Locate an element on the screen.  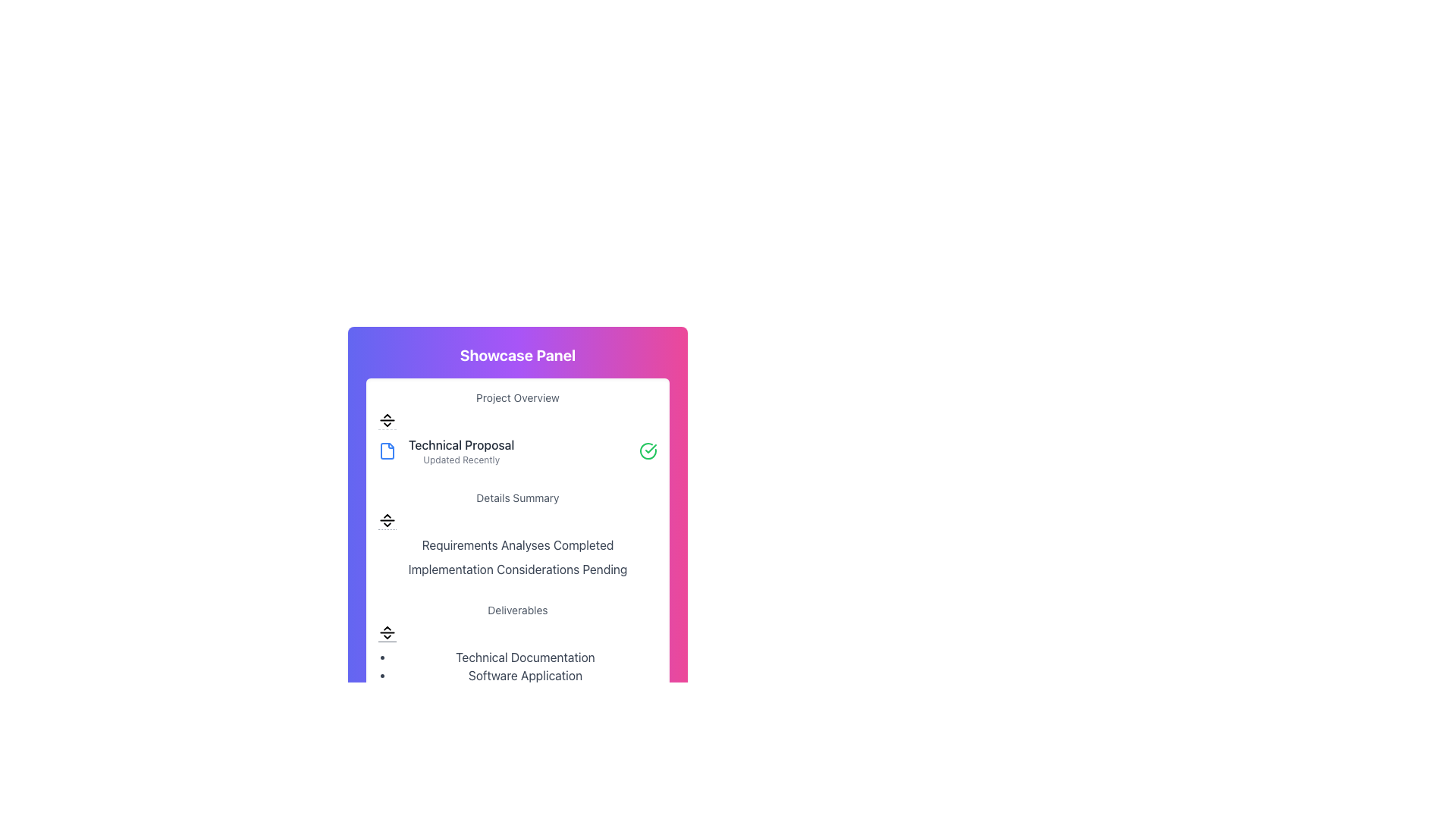
the state of the green checkmark icon located to the right of the 'Technical Proposal' text is located at coordinates (648, 450).